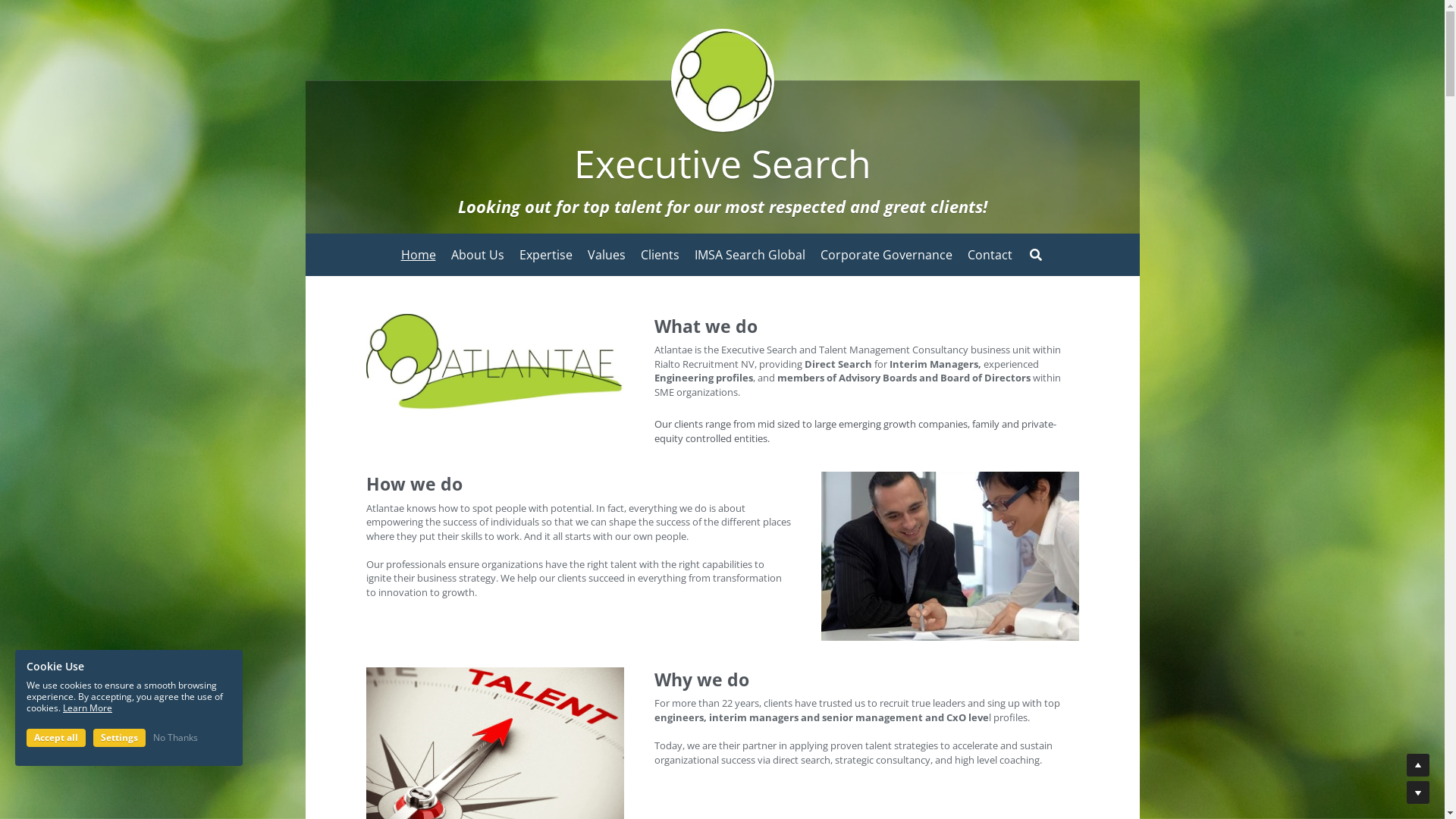 Image resolution: width=1456 pixels, height=819 pixels. Describe the element at coordinates (990, 253) in the screenshot. I see `'Contact'` at that location.